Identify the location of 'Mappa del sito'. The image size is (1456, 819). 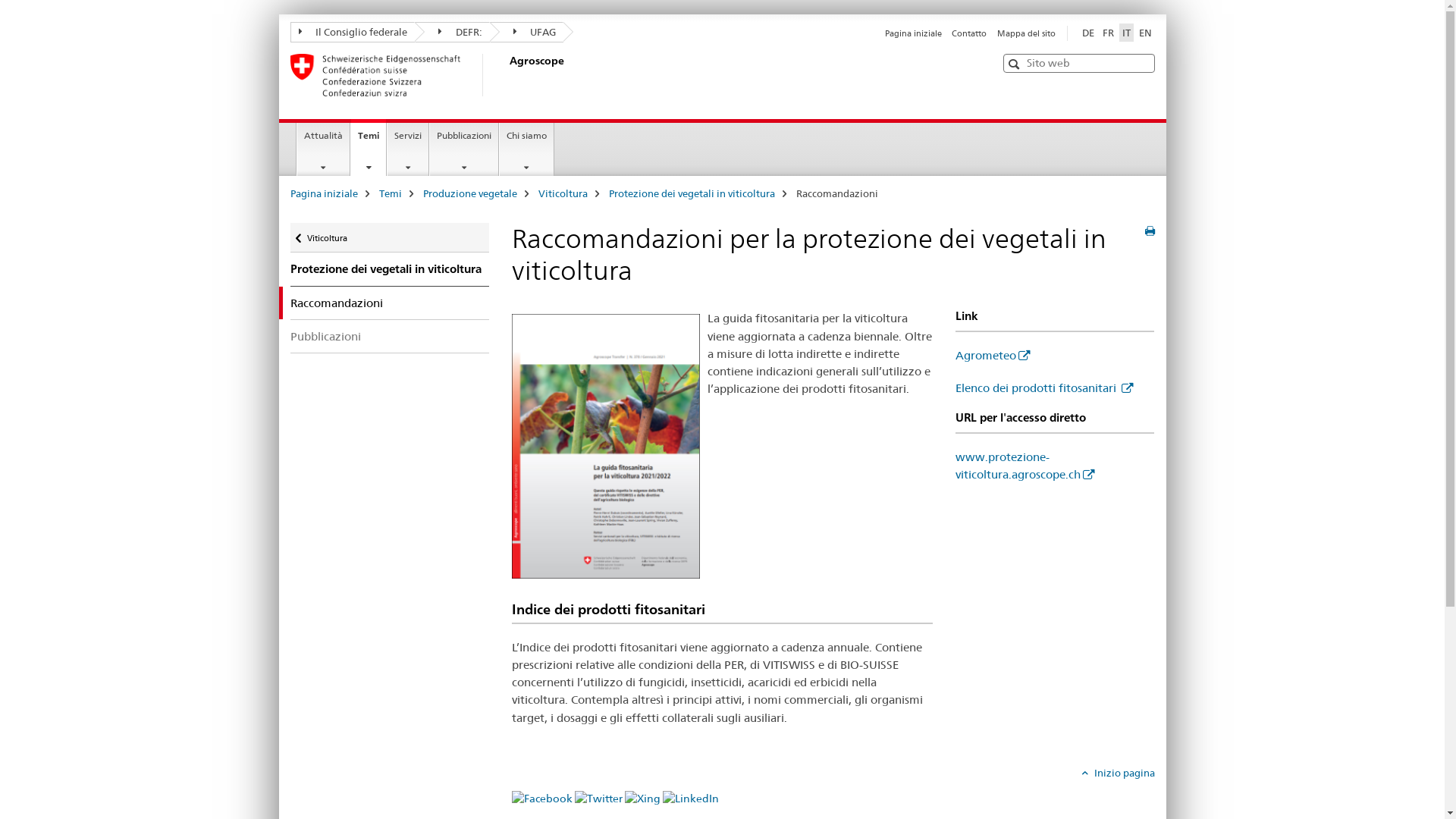
(996, 33).